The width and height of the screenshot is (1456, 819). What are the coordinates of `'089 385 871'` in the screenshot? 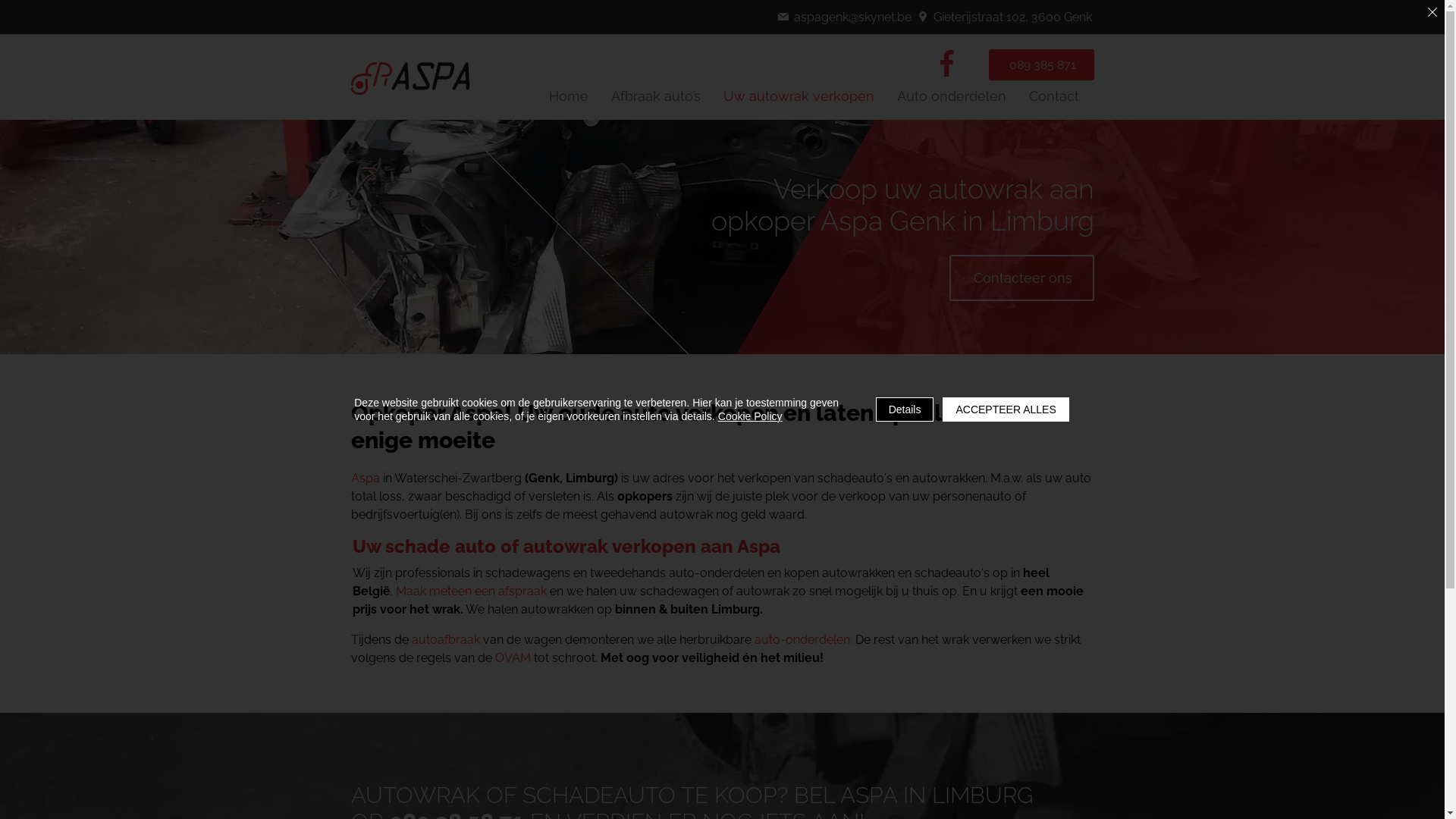 It's located at (1040, 64).